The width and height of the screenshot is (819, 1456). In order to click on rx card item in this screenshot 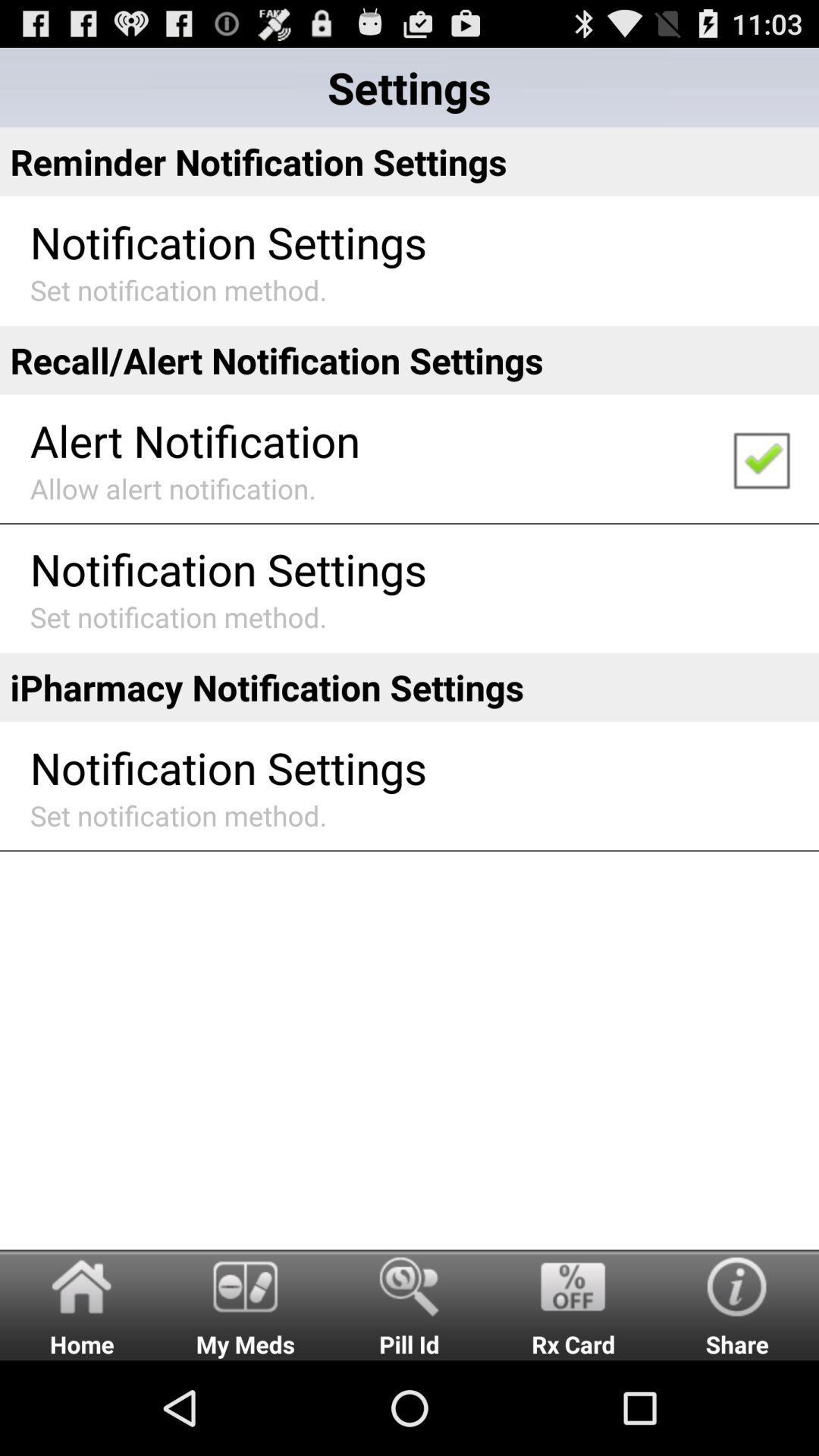, I will do `click(573, 1304)`.